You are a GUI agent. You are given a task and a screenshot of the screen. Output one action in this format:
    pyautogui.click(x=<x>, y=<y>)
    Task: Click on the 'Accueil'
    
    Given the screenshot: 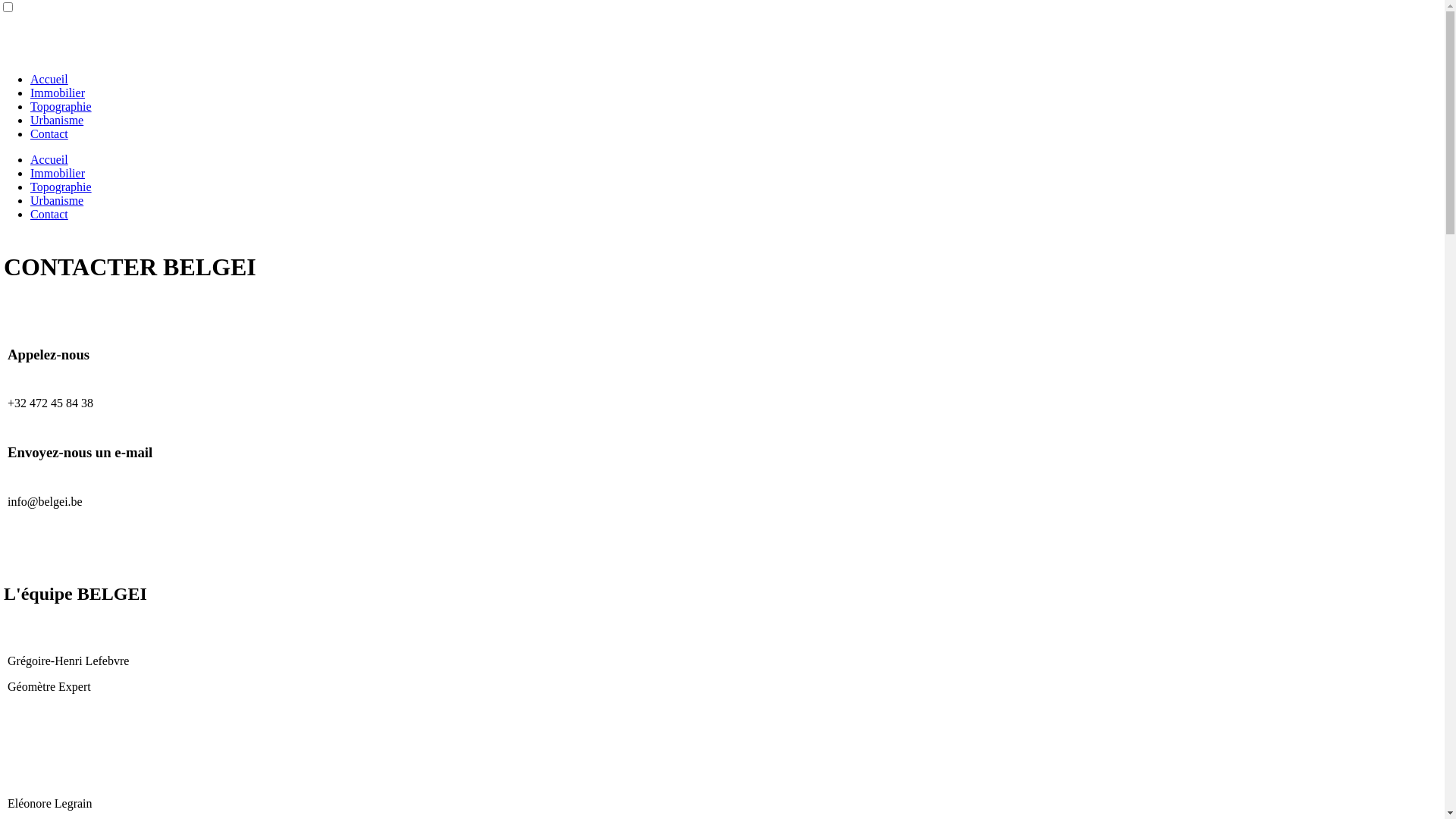 What is the action you would take?
    pyautogui.click(x=49, y=79)
    